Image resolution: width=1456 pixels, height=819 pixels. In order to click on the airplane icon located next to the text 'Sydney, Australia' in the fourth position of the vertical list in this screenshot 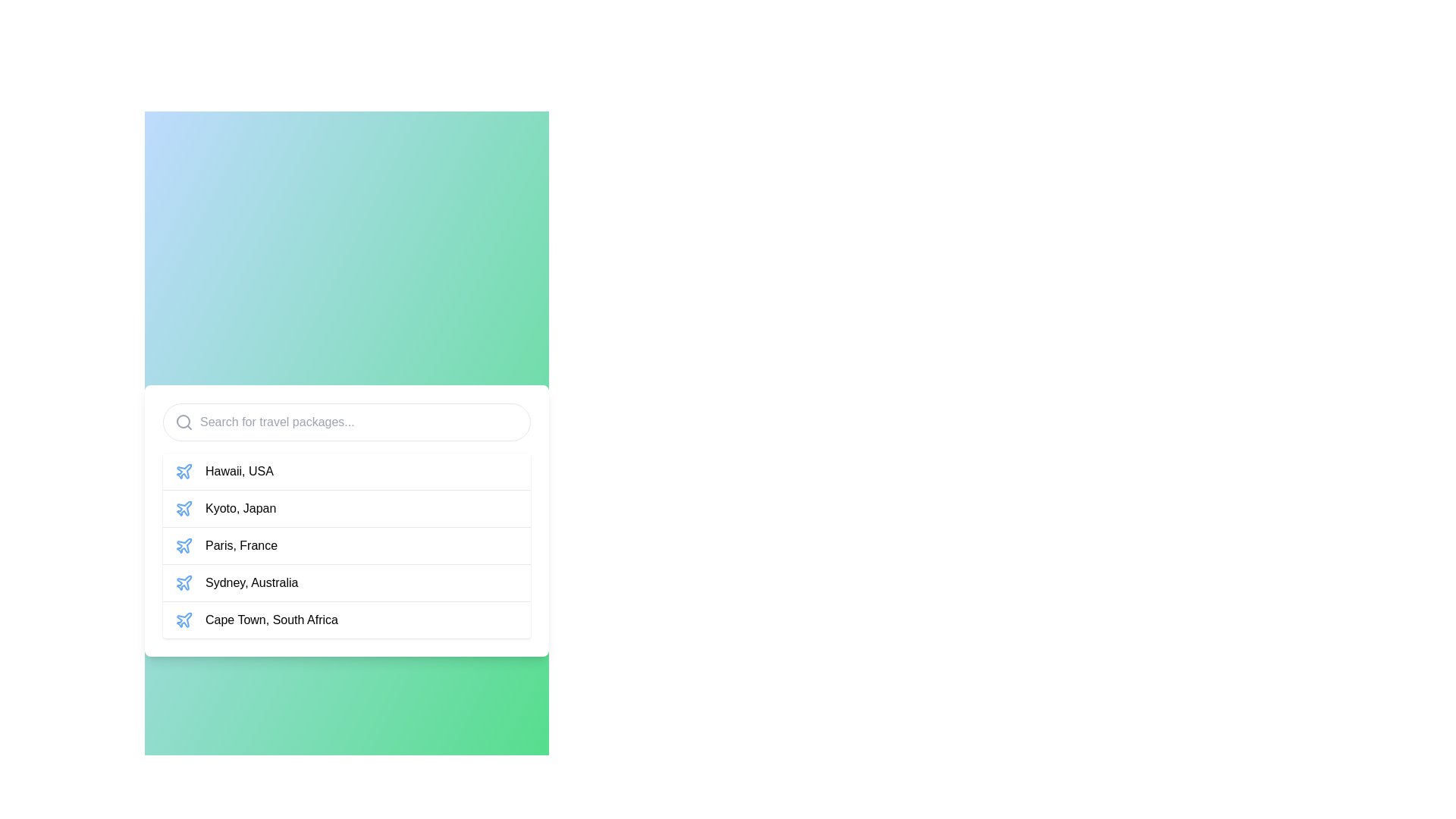, I will do `click(184, 582)`.